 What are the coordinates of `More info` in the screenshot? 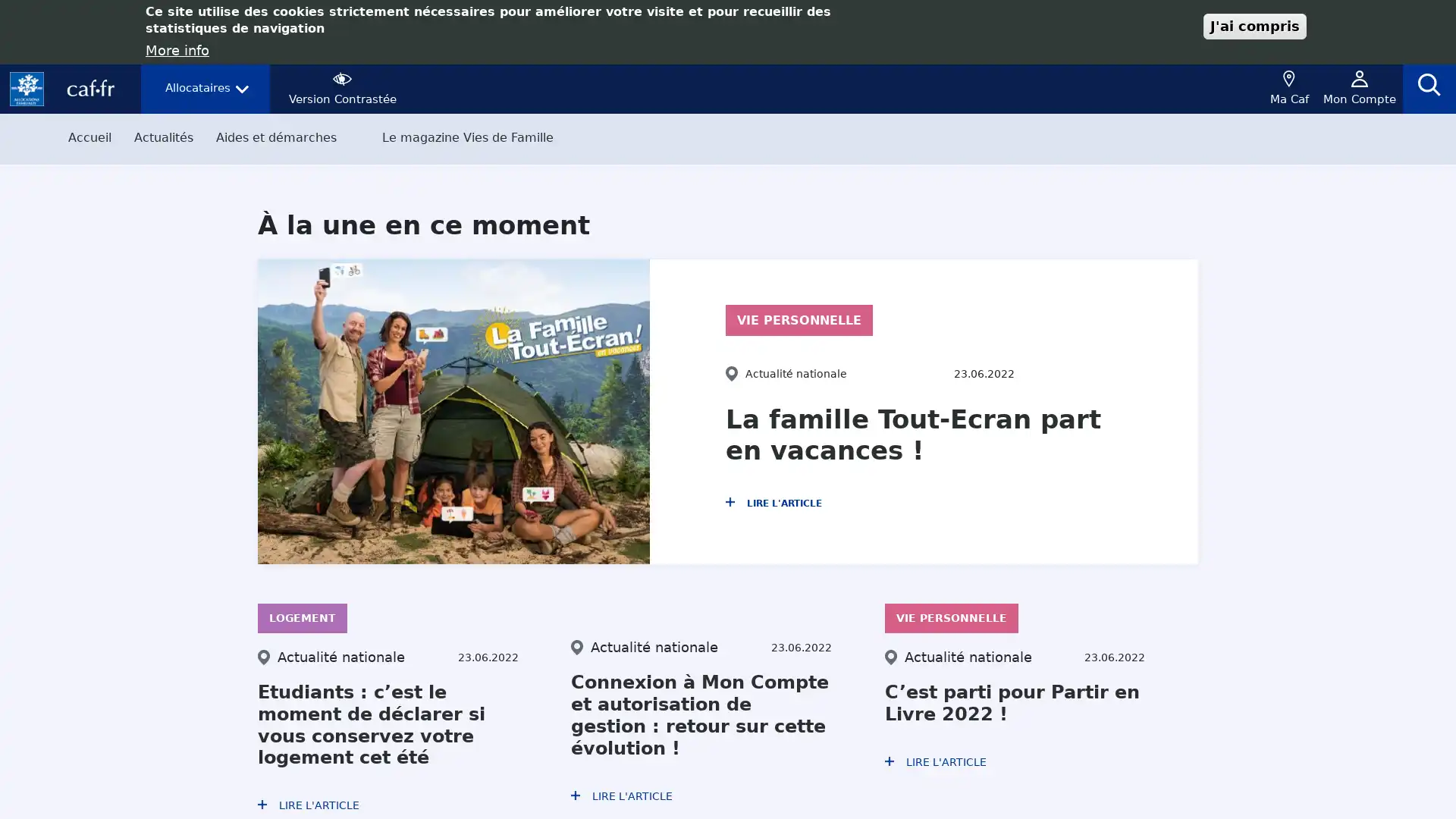 It's located at (177, 49).